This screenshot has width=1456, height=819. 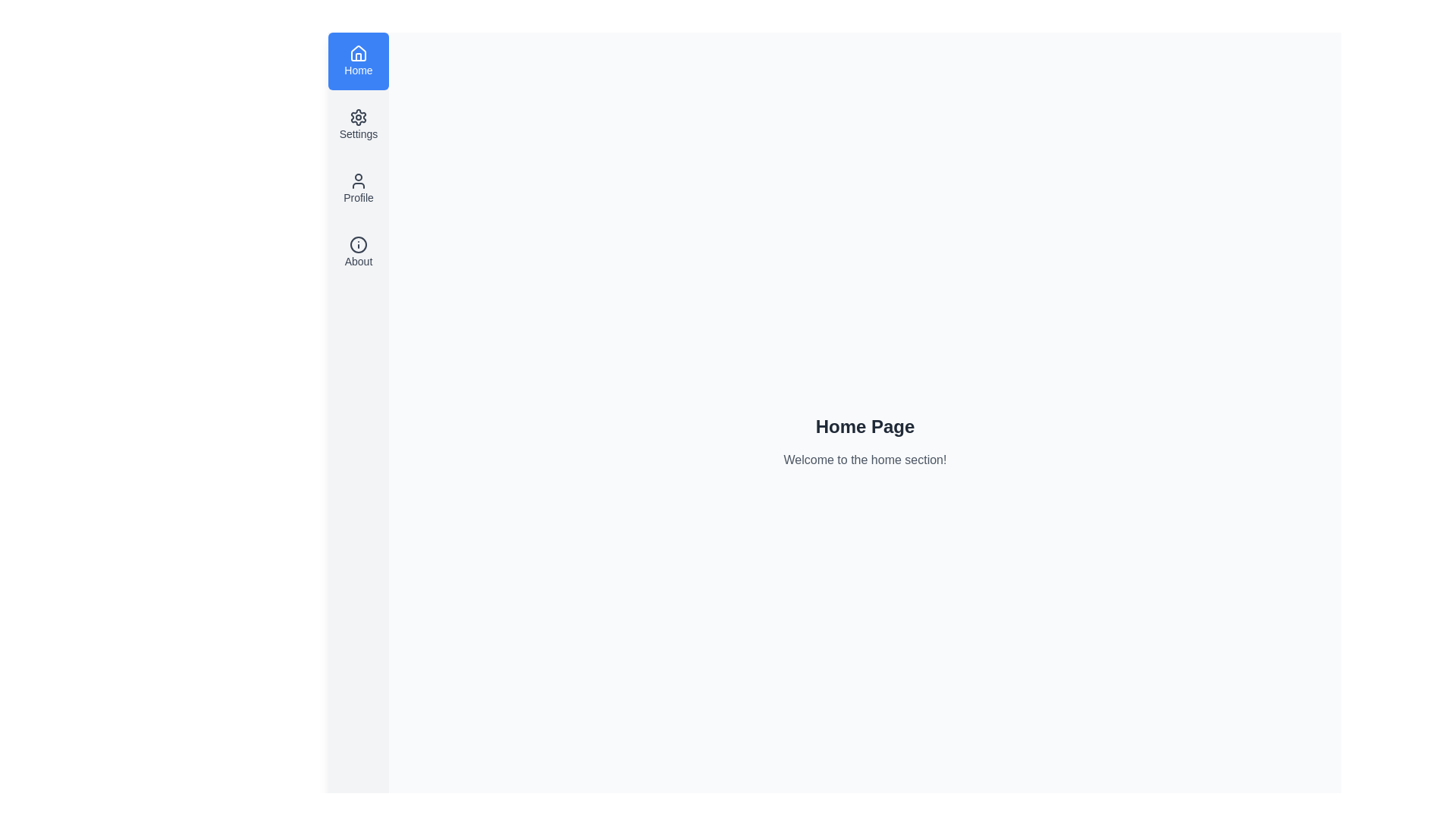 What do you see at coordinates (358, 188) in the screenshot?
I see `the menu option Profile to preview its content` at bounding box center [358, 188].